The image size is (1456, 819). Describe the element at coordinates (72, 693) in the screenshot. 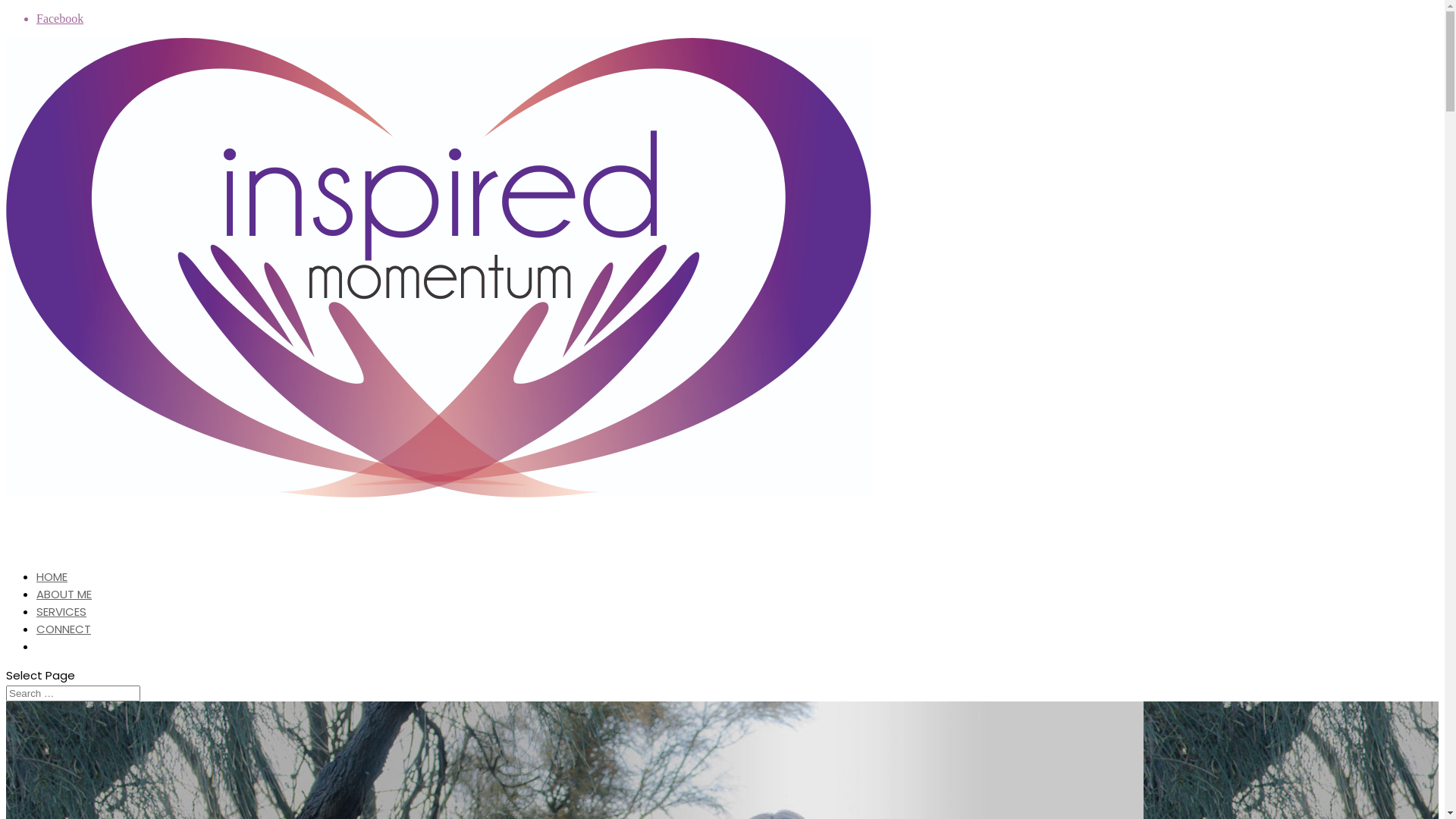

I see `'Search for:'` at that location.